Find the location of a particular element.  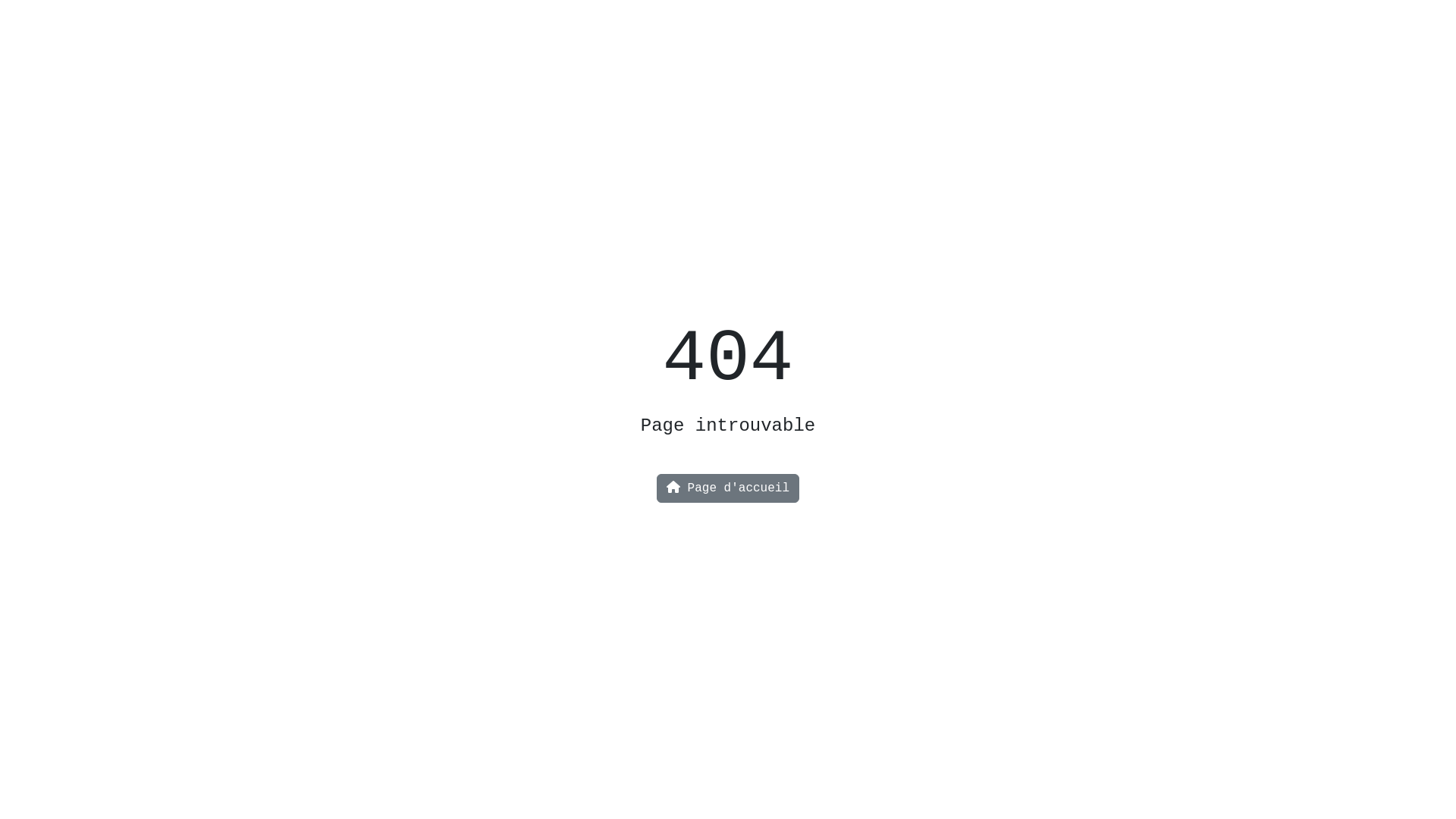

'Page d'accueil' is located at coordinates (728, 488).